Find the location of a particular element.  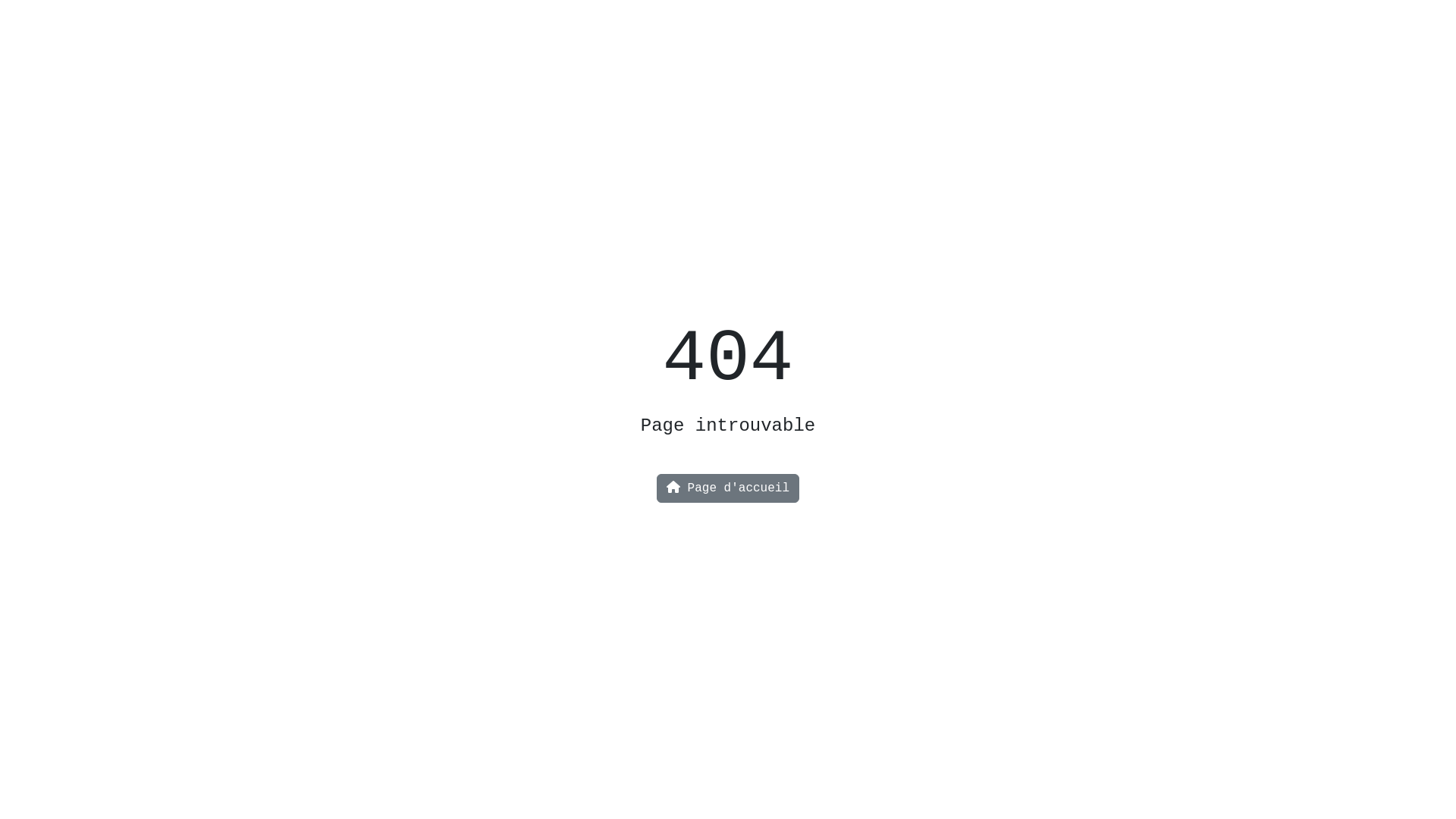

'Page d'accueil' is located at coordinates (728, 488).